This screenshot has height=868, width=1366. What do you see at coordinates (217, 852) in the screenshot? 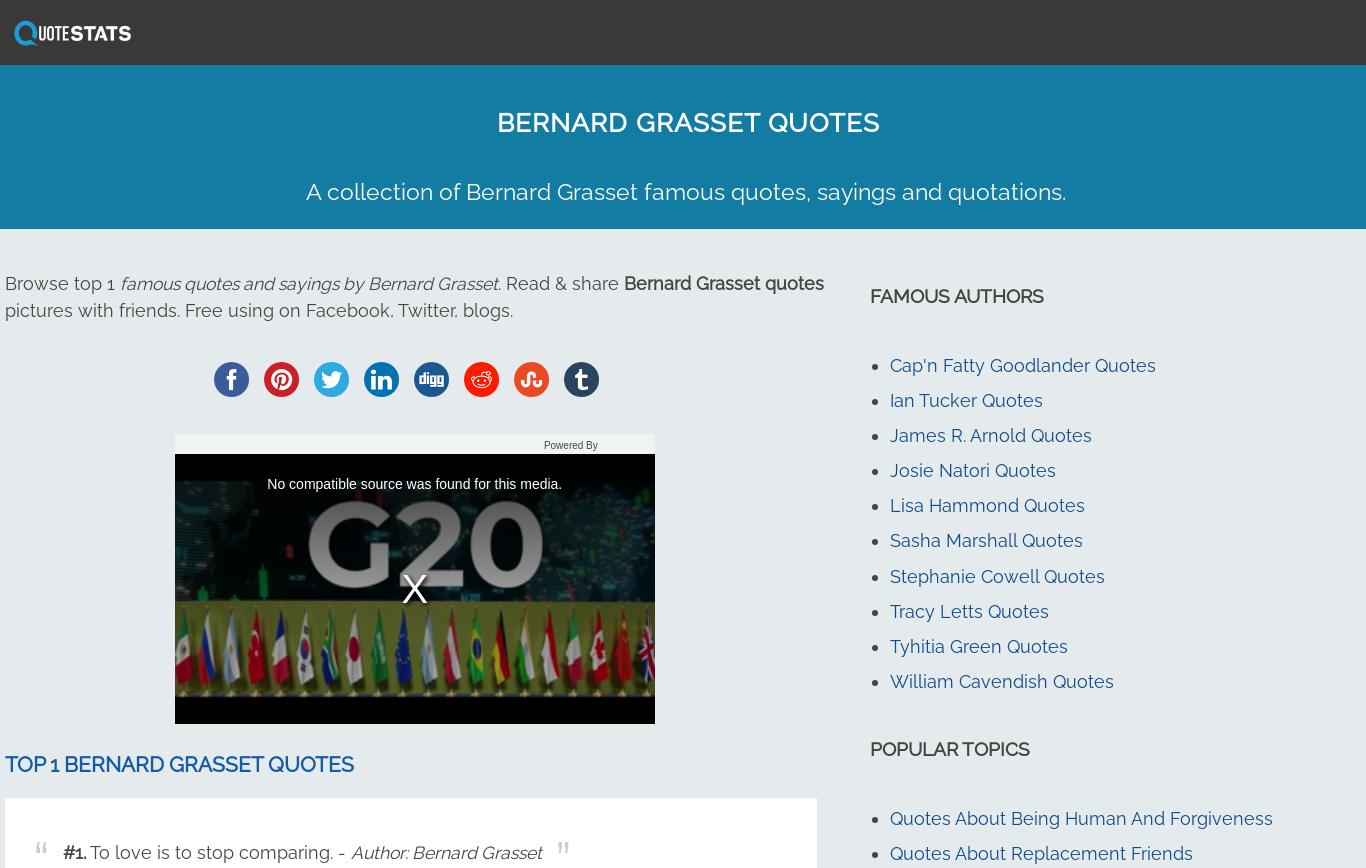
I see `'To love is to stop comparing. -'` at bounding box center [217, 852].